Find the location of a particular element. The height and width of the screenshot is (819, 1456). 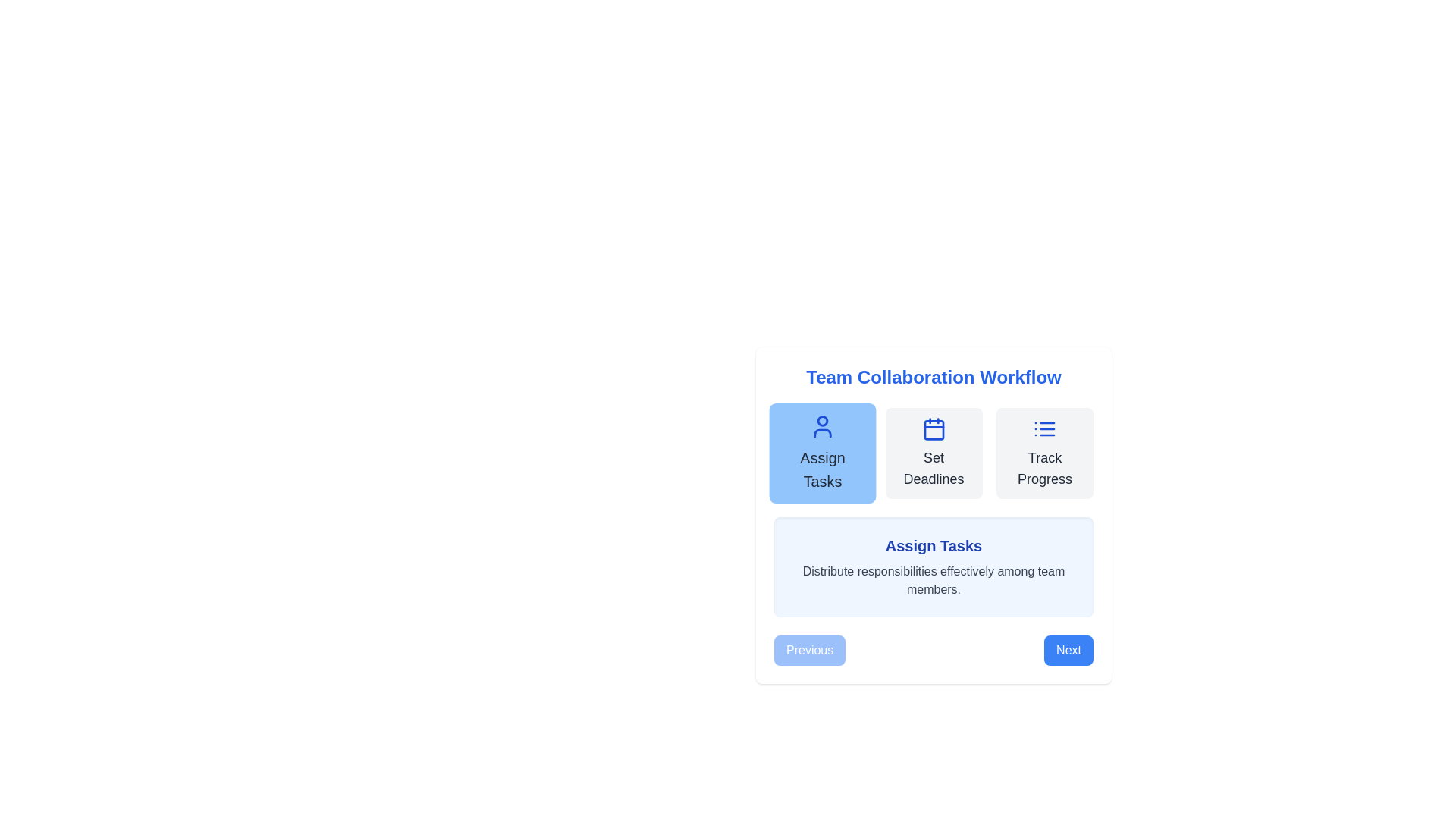

the 'Set Deadlines' label which is styled in bold font with a calendar icon above it, located in a light-gray card between 'Assign Tasks' and 'Track Progress' is located at coordinates (933, 467).